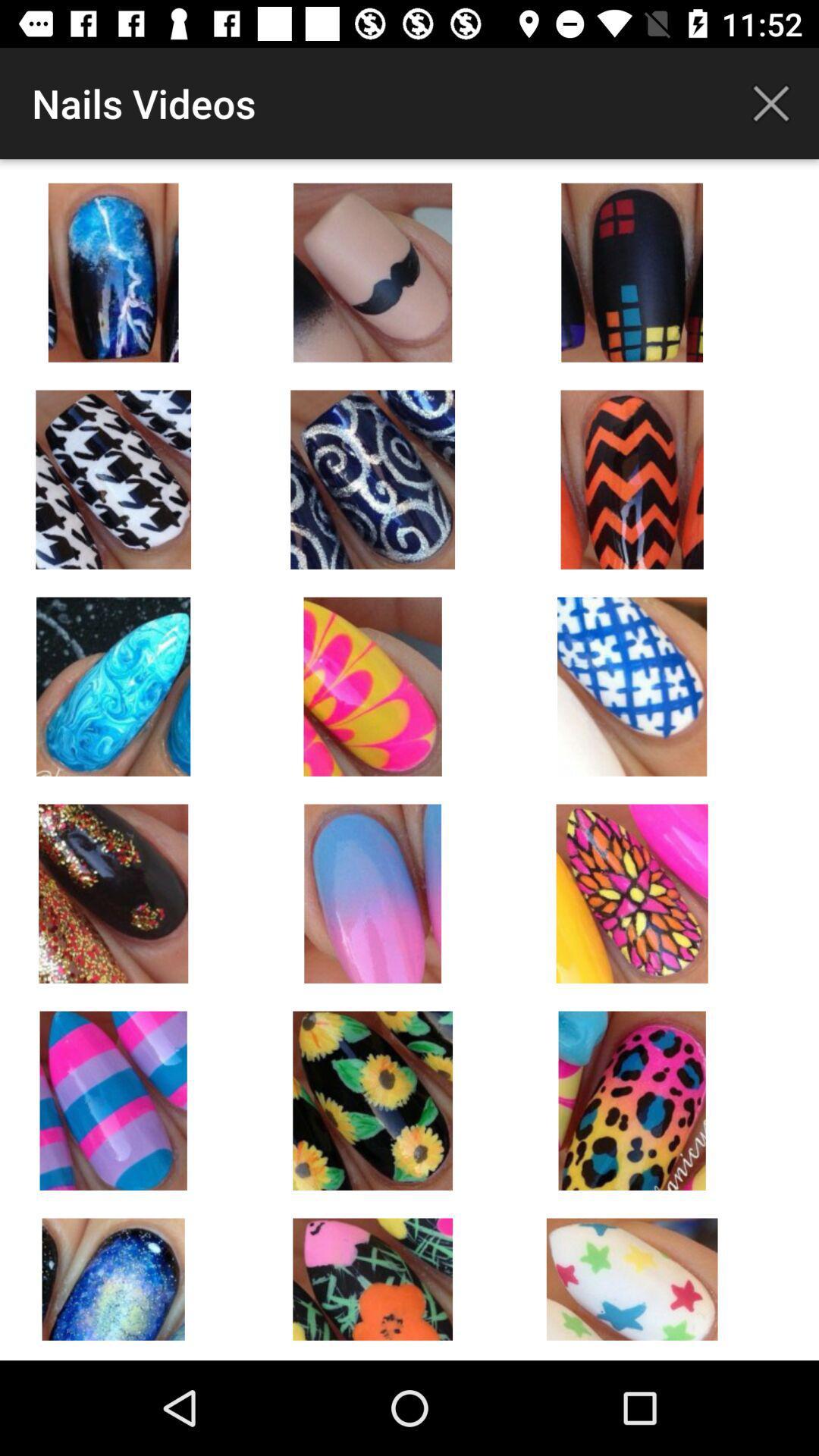 The height and width of the screenshot is (1456, 819). I want to click on app next to nails videos icon, so click(771, 102).